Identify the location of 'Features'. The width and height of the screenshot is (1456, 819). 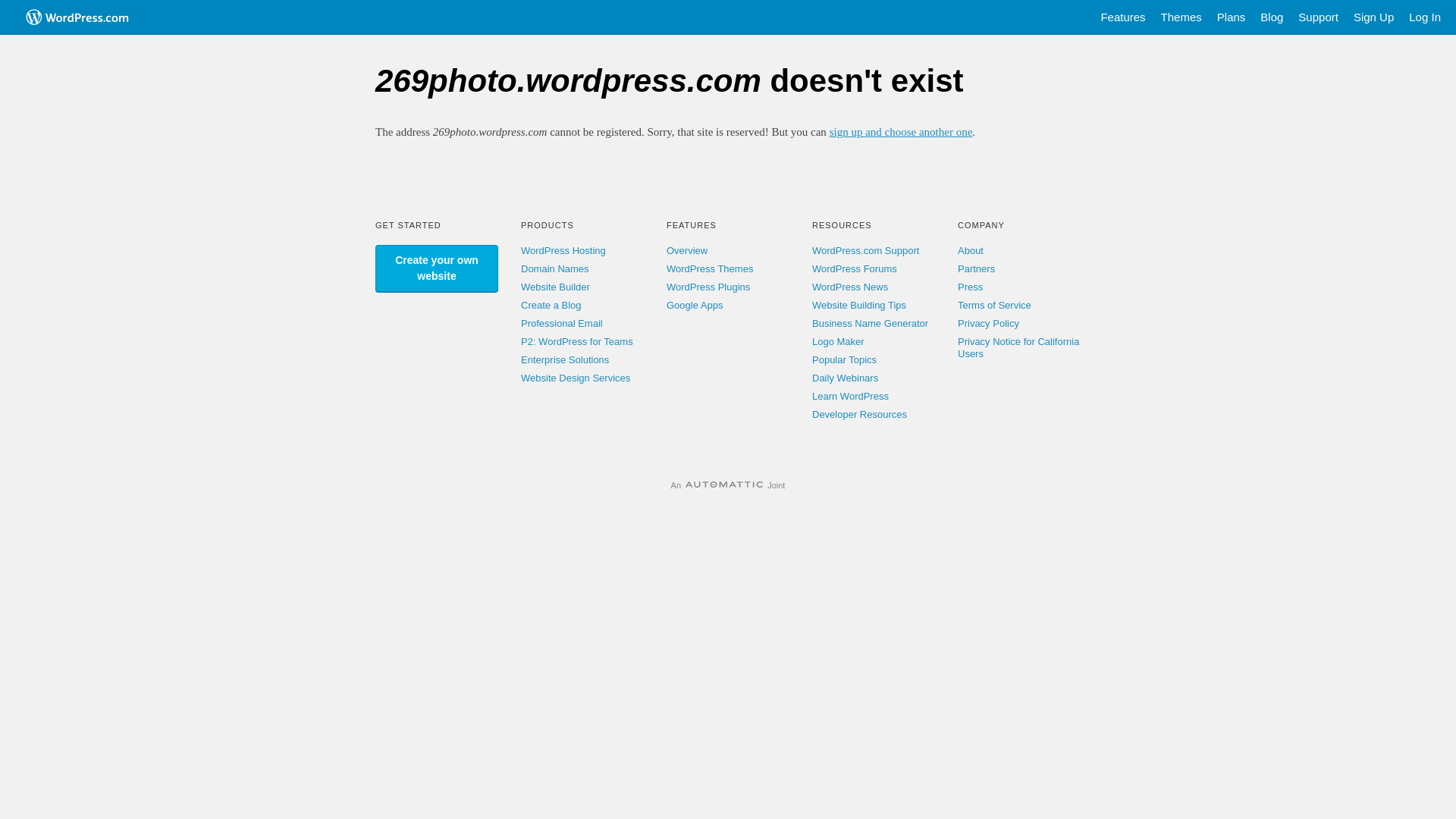
(1122, 17).